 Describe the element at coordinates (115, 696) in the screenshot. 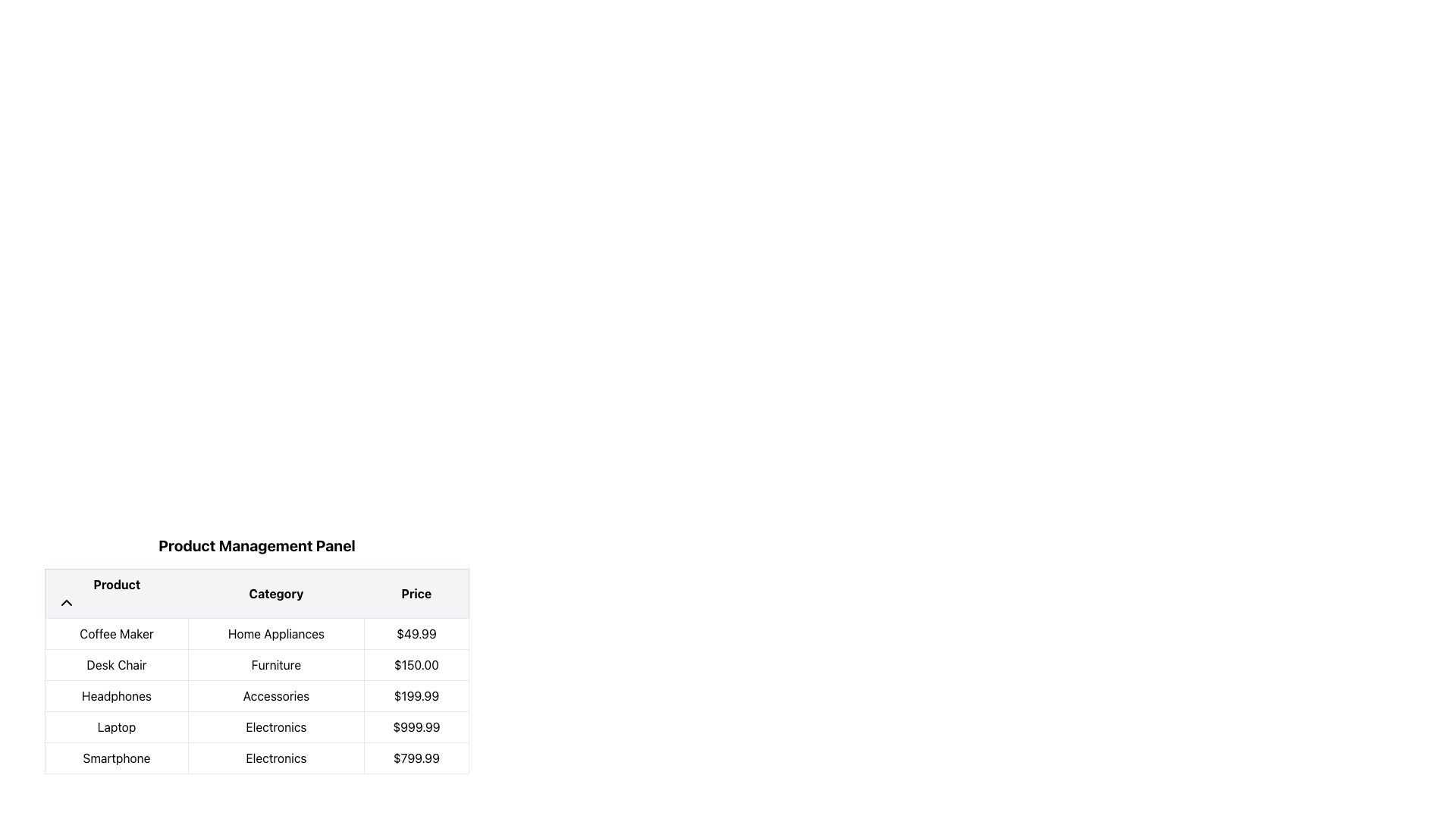

I see `the Table Cell that represents the product name 'Headphones' in the 'Product Management Panel' table, located in the third row under the 'Product' column` at that location.